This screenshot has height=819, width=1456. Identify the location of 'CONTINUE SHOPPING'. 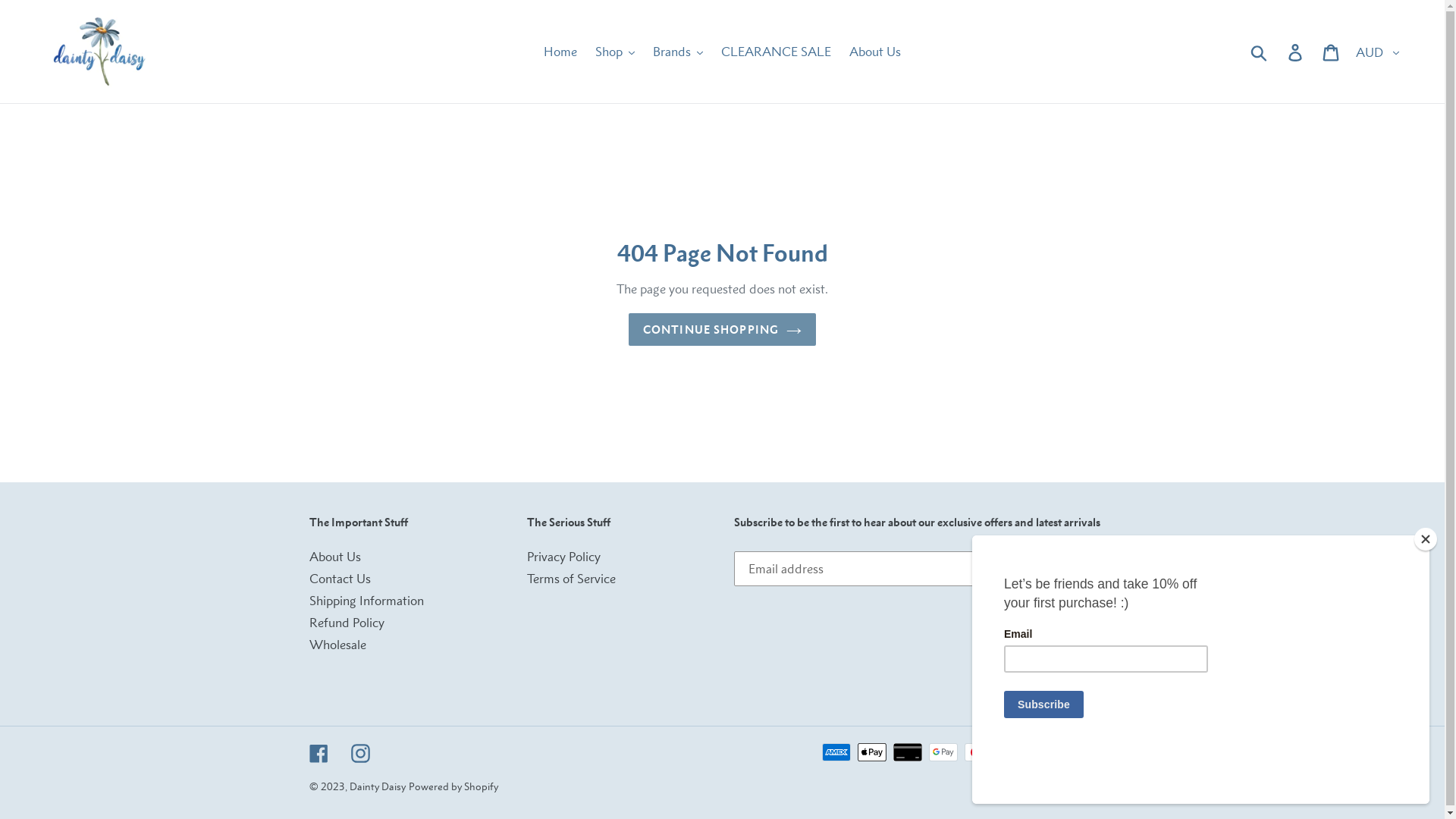
(721, 328).